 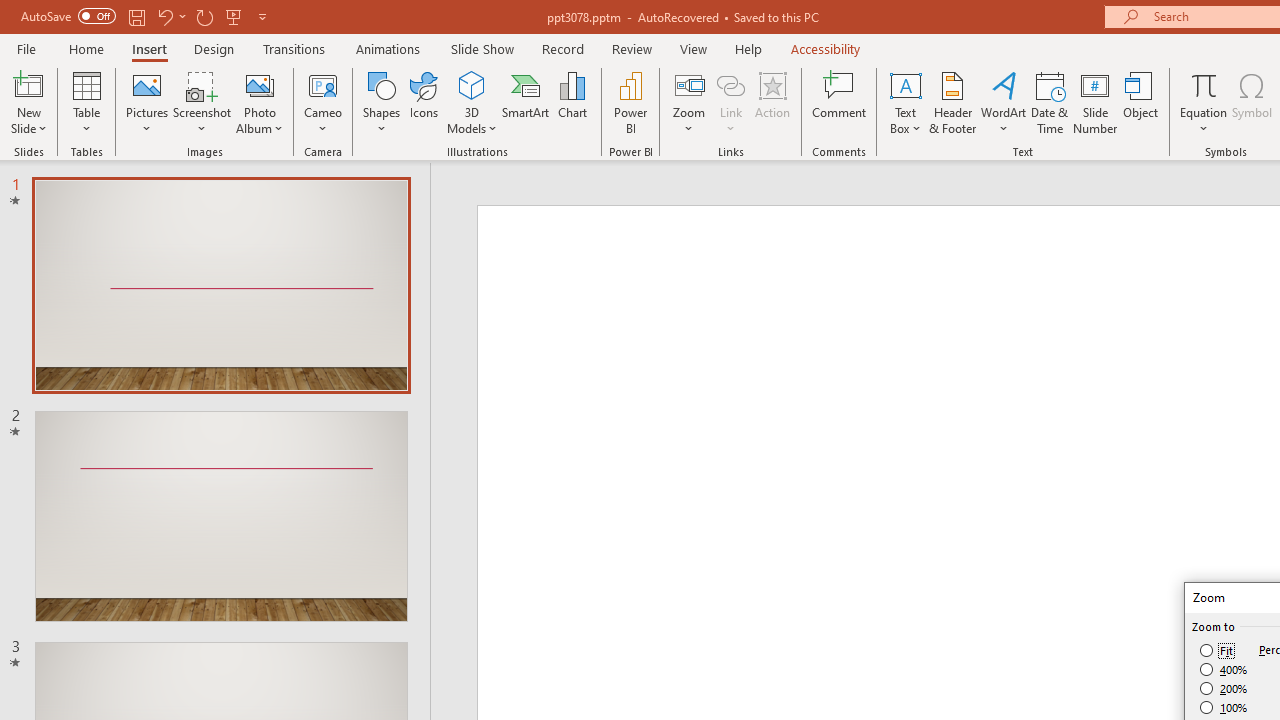 I want to click on 'Fit', so click(x=1216, y=650).